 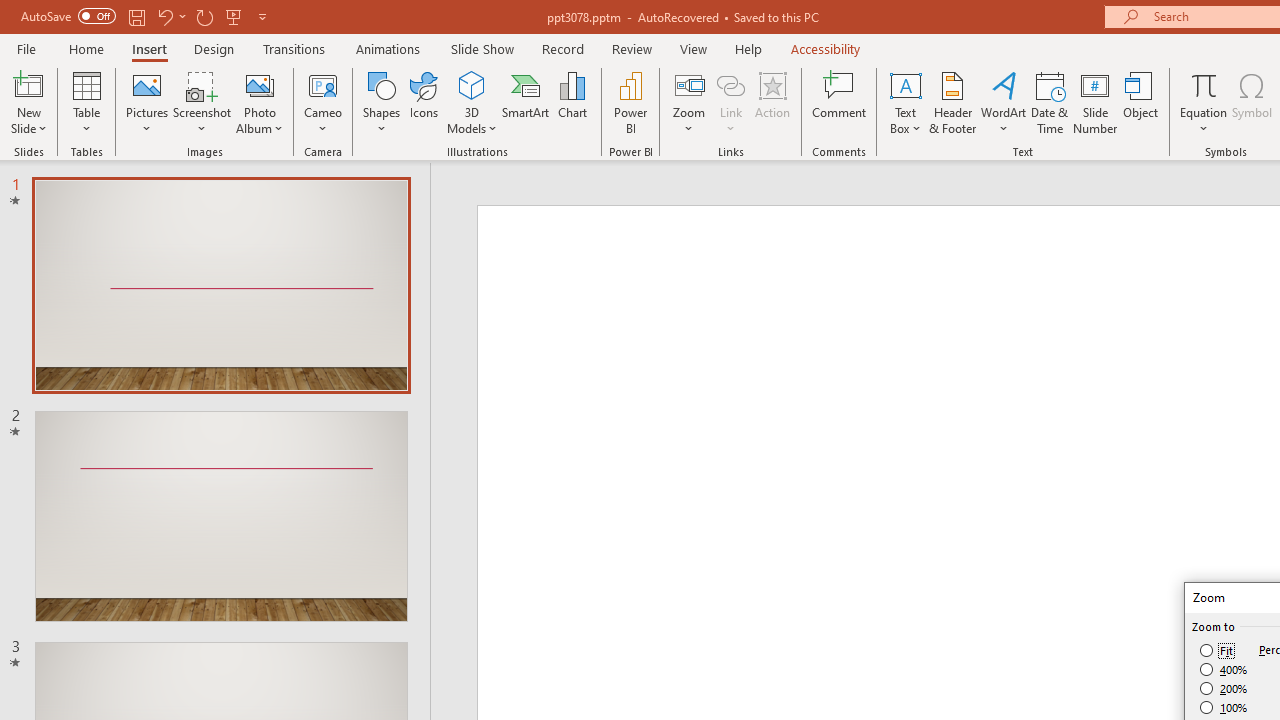 I want to click on 'Fit', so click(x=1216, y=650).